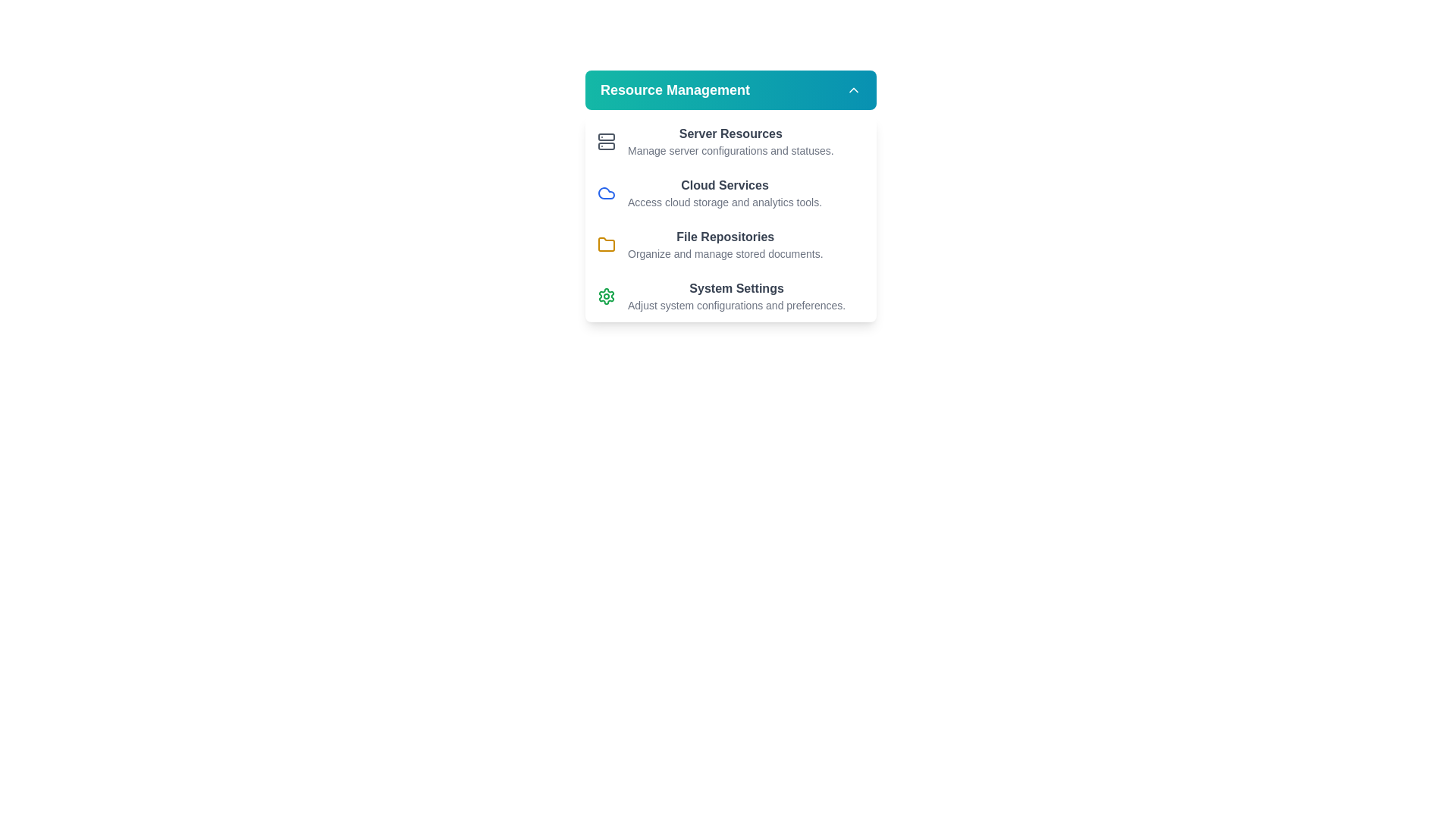  Describe the element at coordinates (730, 141) in the screenshot. I see `the topmost textual menu item under the 'Resource Management' header` at that location.